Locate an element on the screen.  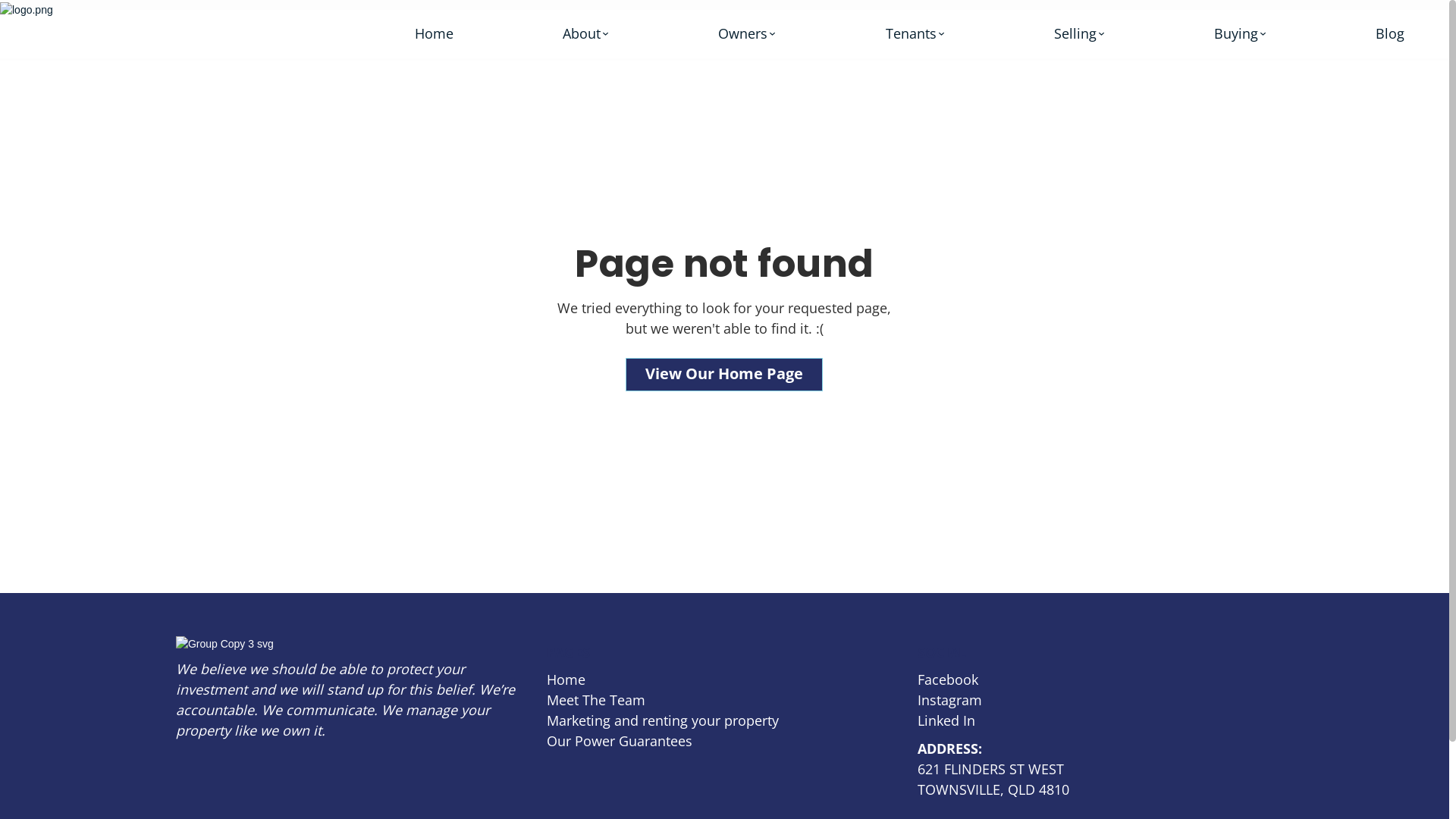
'Selling' is located at coordinates (1078, 33).